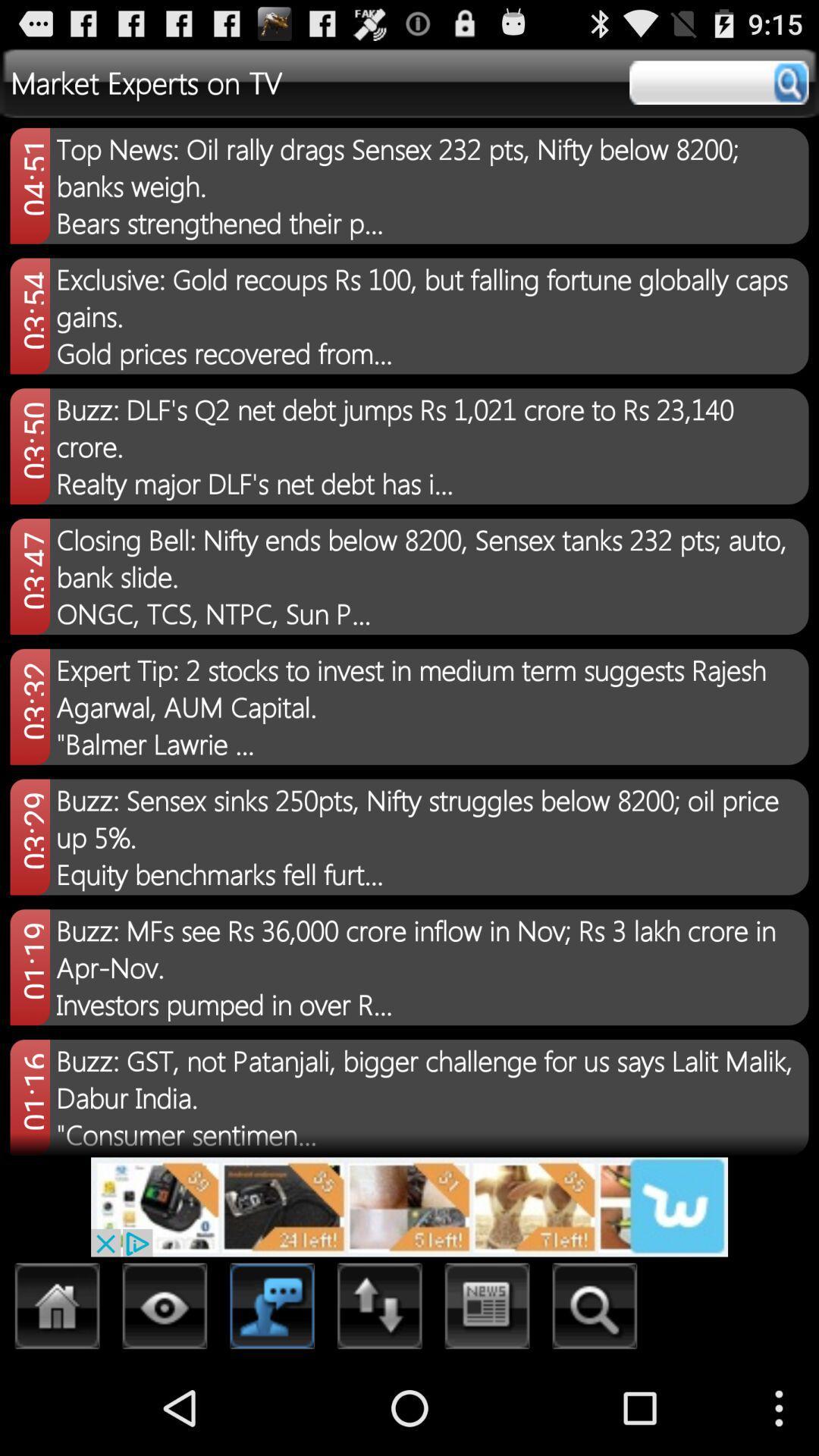  Describe the element at coordinates (57, 1310) in the screenshot. I see `home` at that location.